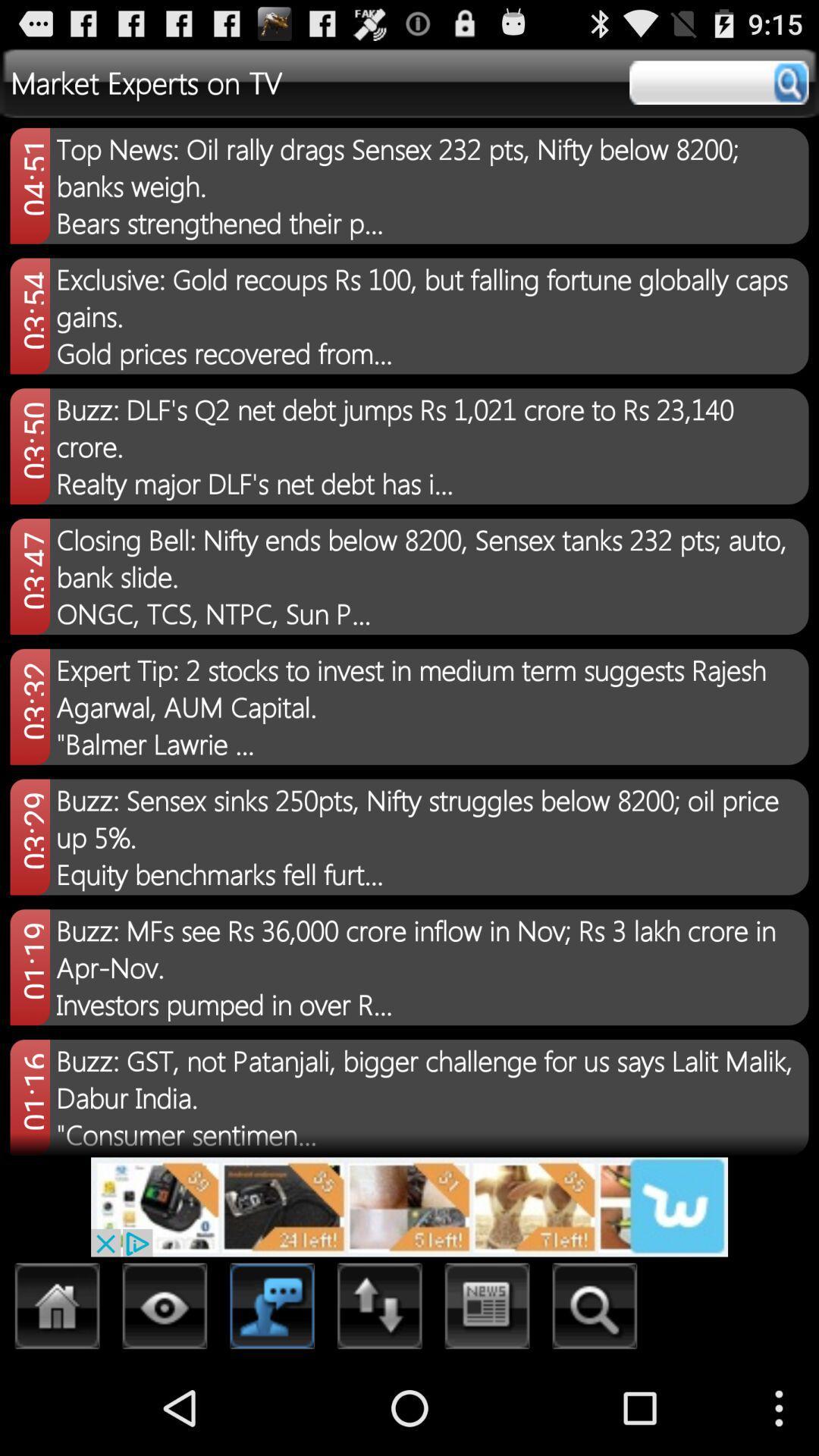  Describe the element at coordinates (57, 1310) in the screenshot. I see `home` at that location.